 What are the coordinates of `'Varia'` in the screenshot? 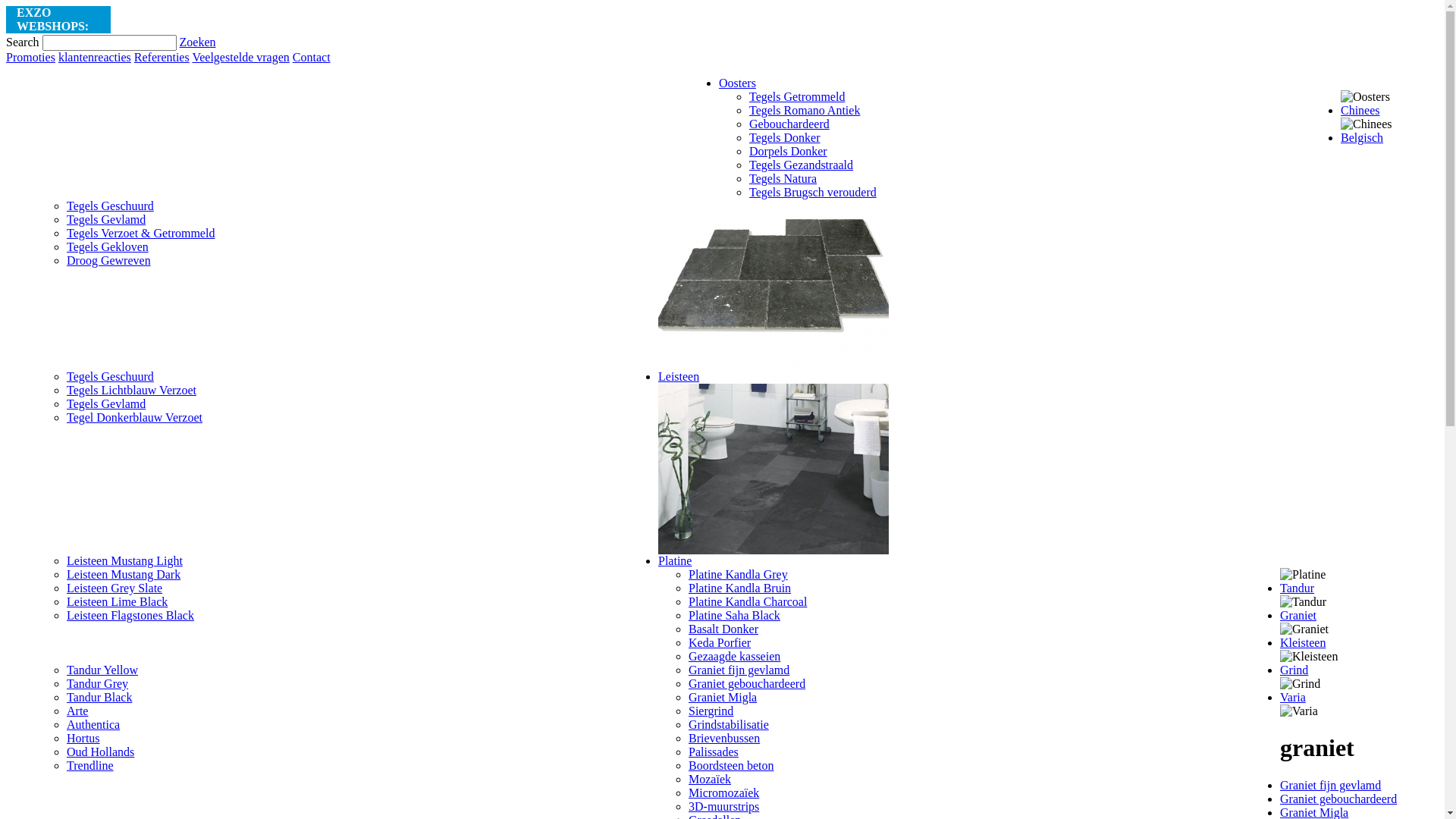 It's located at (1291, 697).